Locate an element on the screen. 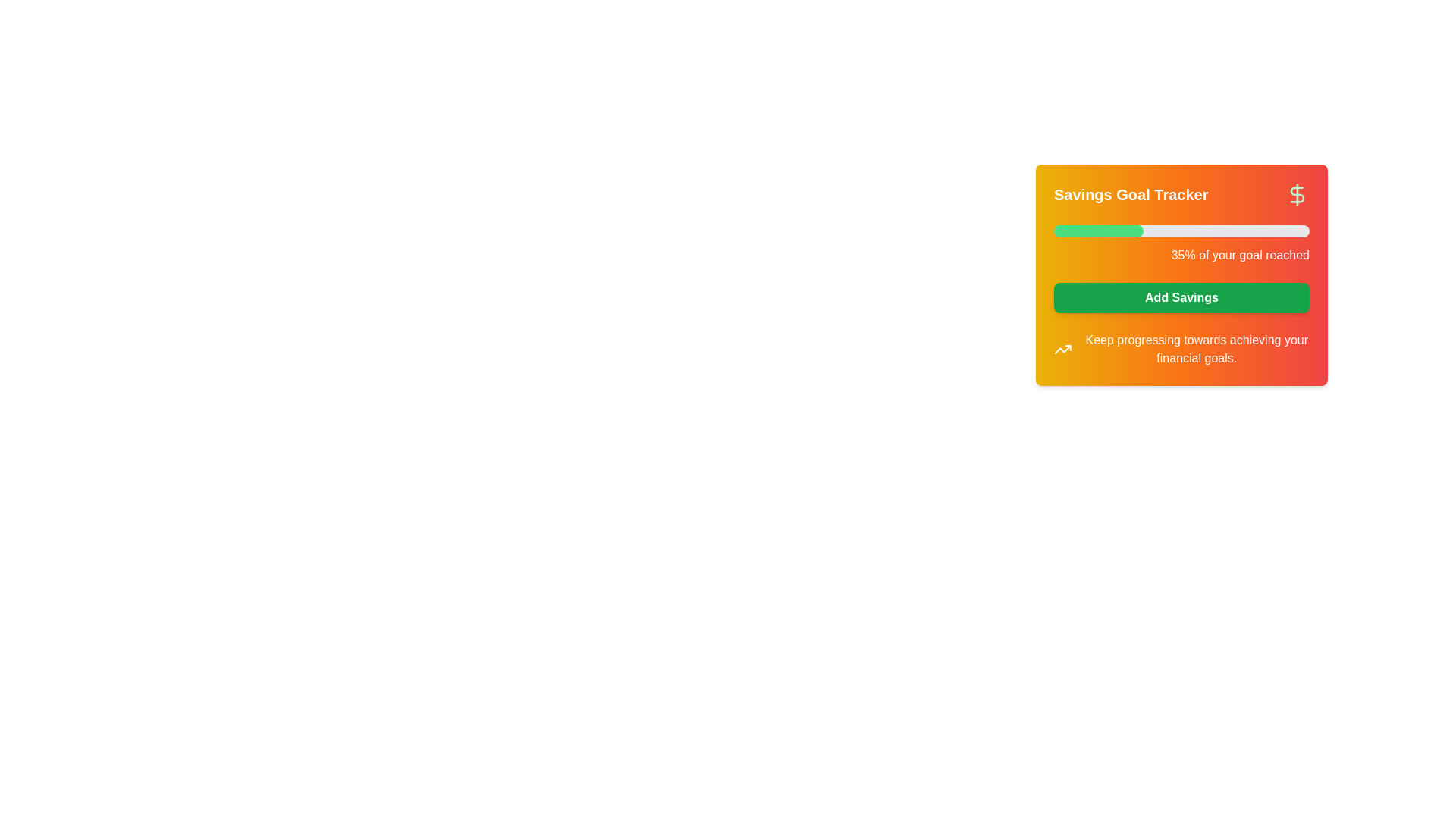  the text label displaying '35% of your goal reached', which is aligned to the right and located below a progress bar in the 'Savings Goal Tracker' interface is located at coordinates (1181, 254).